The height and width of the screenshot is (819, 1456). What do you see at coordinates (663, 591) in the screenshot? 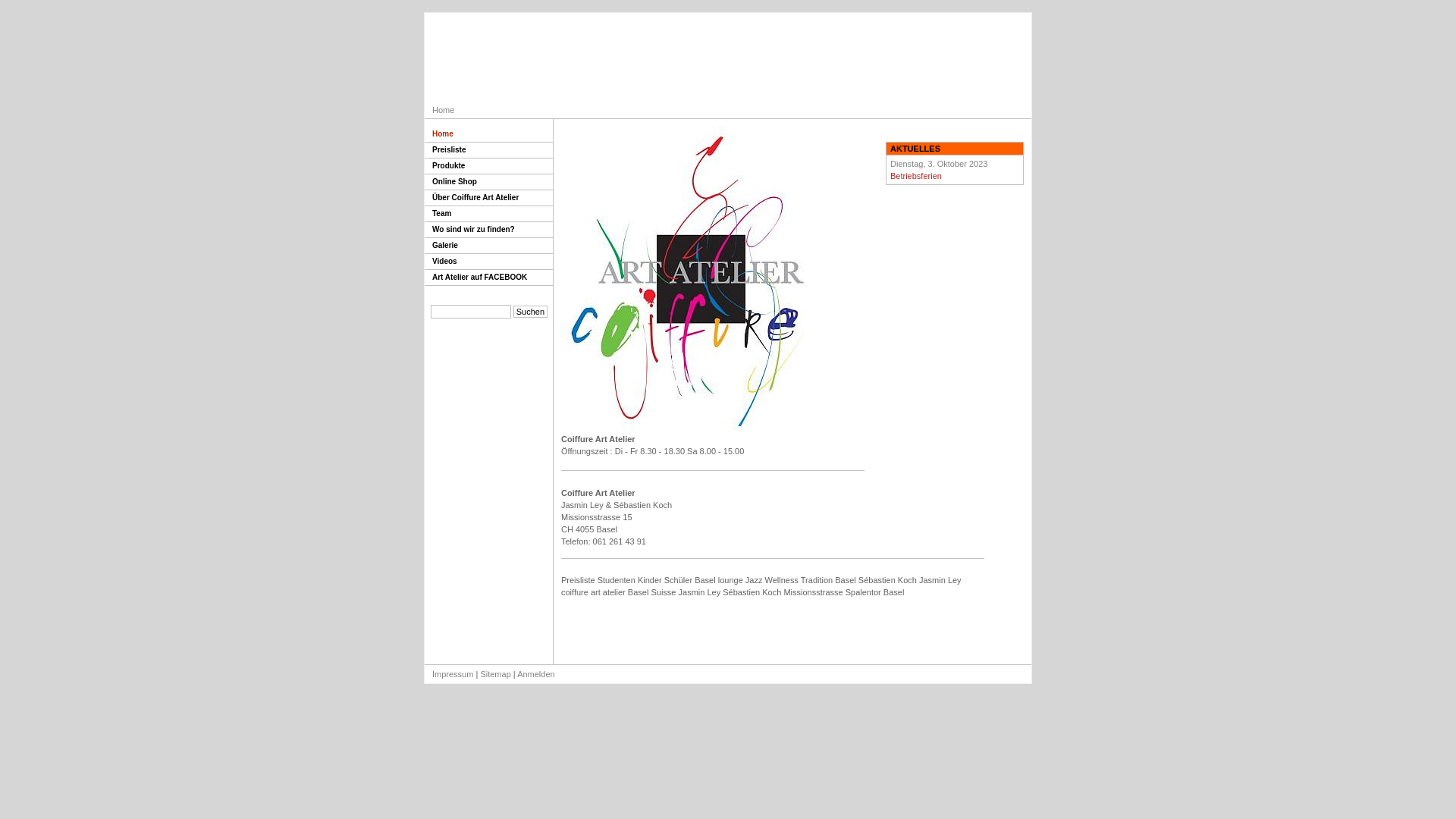
I see `'Suisse'` at bounding box center [663, 591].